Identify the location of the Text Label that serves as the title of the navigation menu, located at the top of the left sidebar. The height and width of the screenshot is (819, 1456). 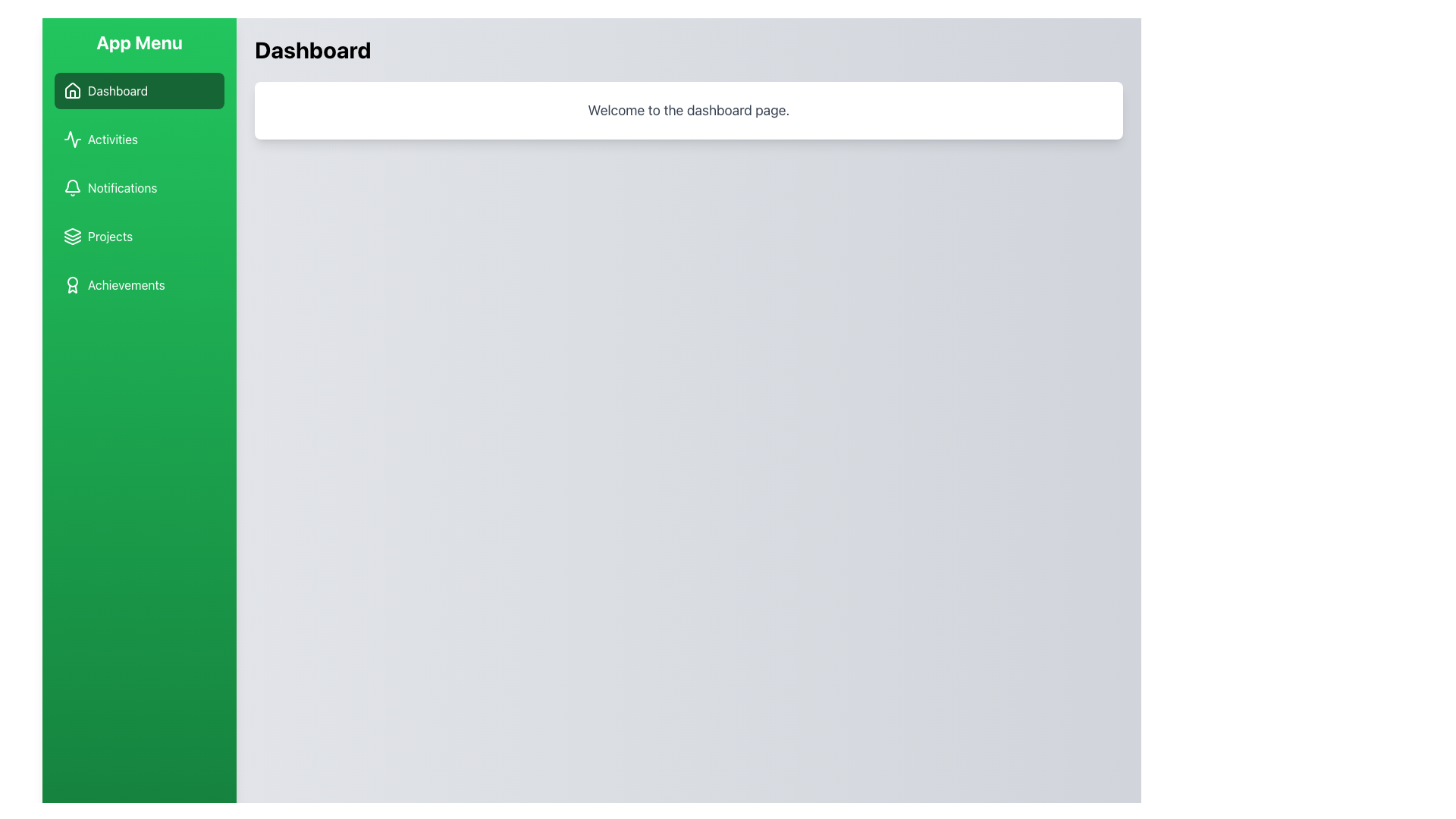
(139, 42).